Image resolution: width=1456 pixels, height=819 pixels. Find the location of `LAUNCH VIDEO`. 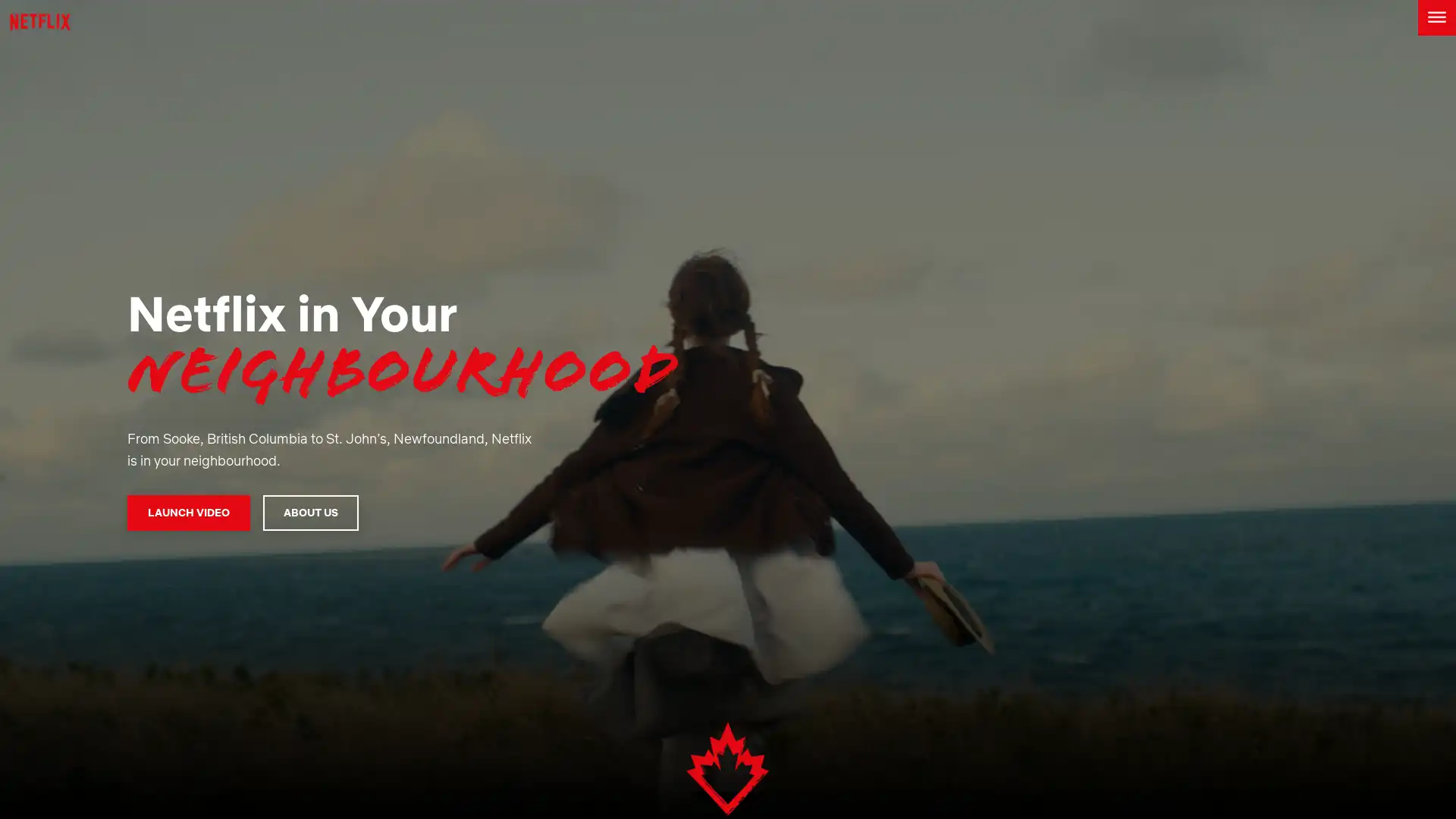

LAUNCH VIDEO is located at coordinates (187, 512).